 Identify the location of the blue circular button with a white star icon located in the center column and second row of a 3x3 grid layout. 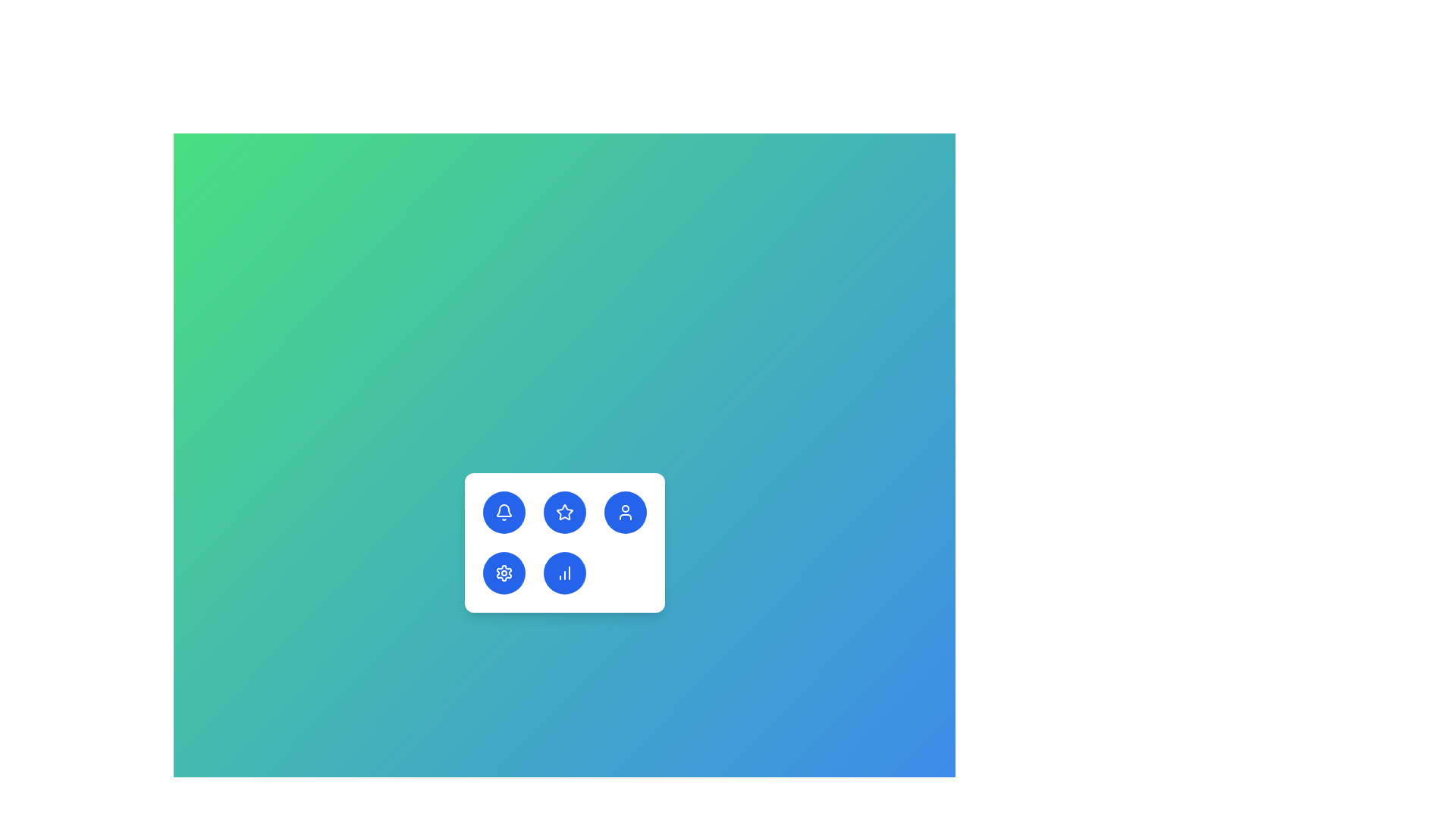
(563, 512).